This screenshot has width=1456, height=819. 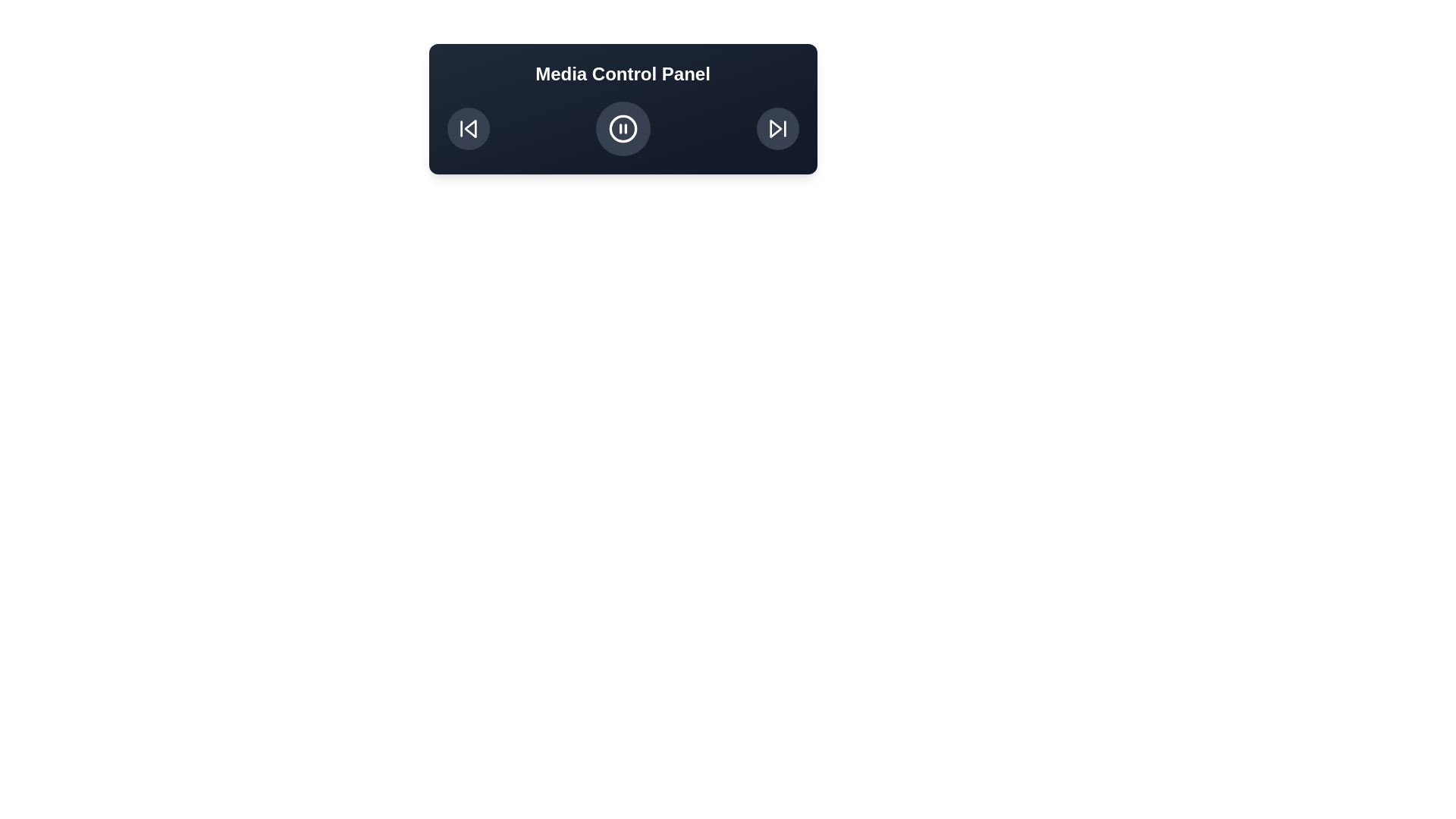 I want to click on the centrally placed Pause button on the media control panel to temporarily stop playback, so click(x=623, y=127).